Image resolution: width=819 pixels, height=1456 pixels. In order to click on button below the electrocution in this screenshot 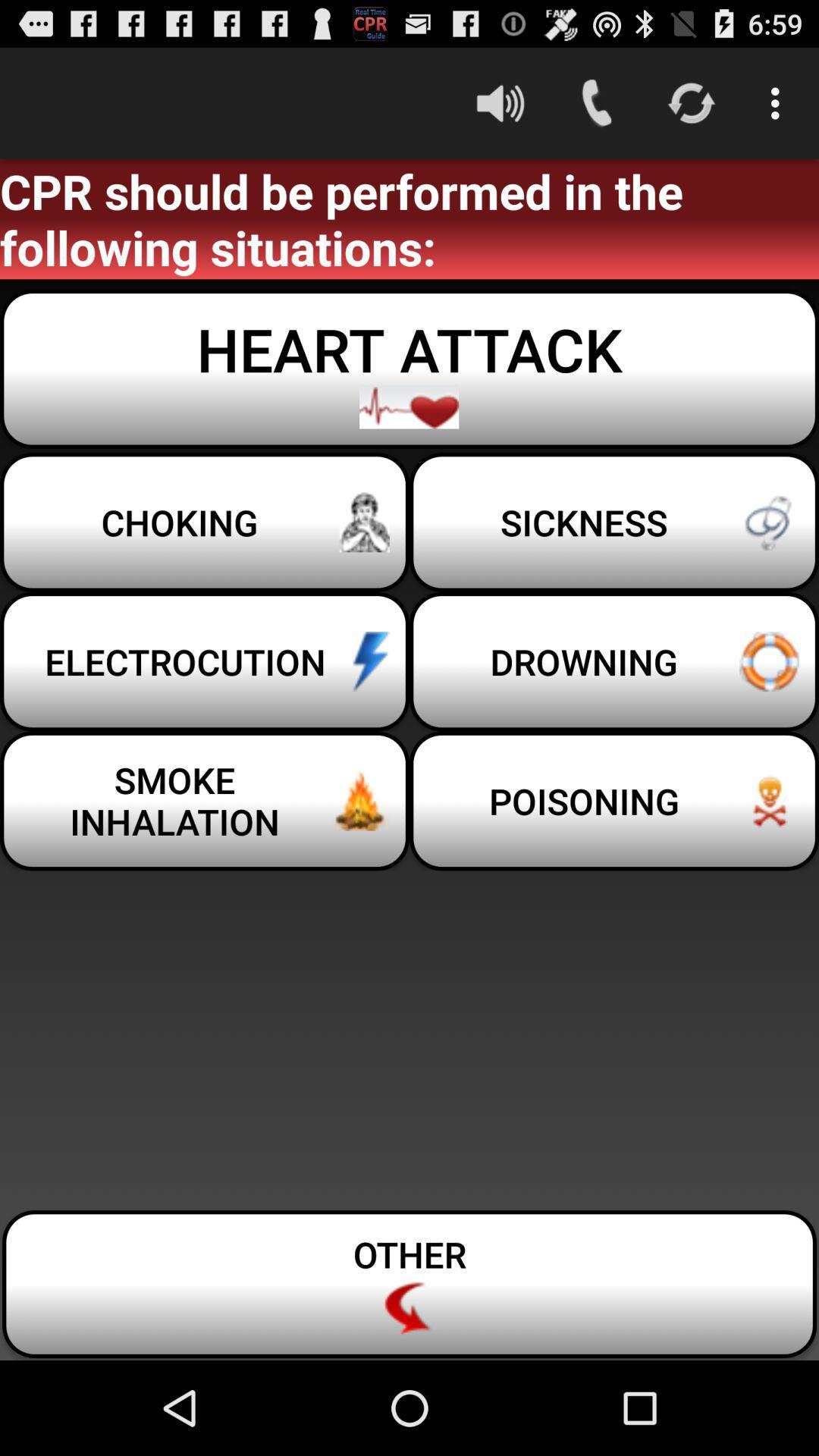, I will do `click(205, 800)`.